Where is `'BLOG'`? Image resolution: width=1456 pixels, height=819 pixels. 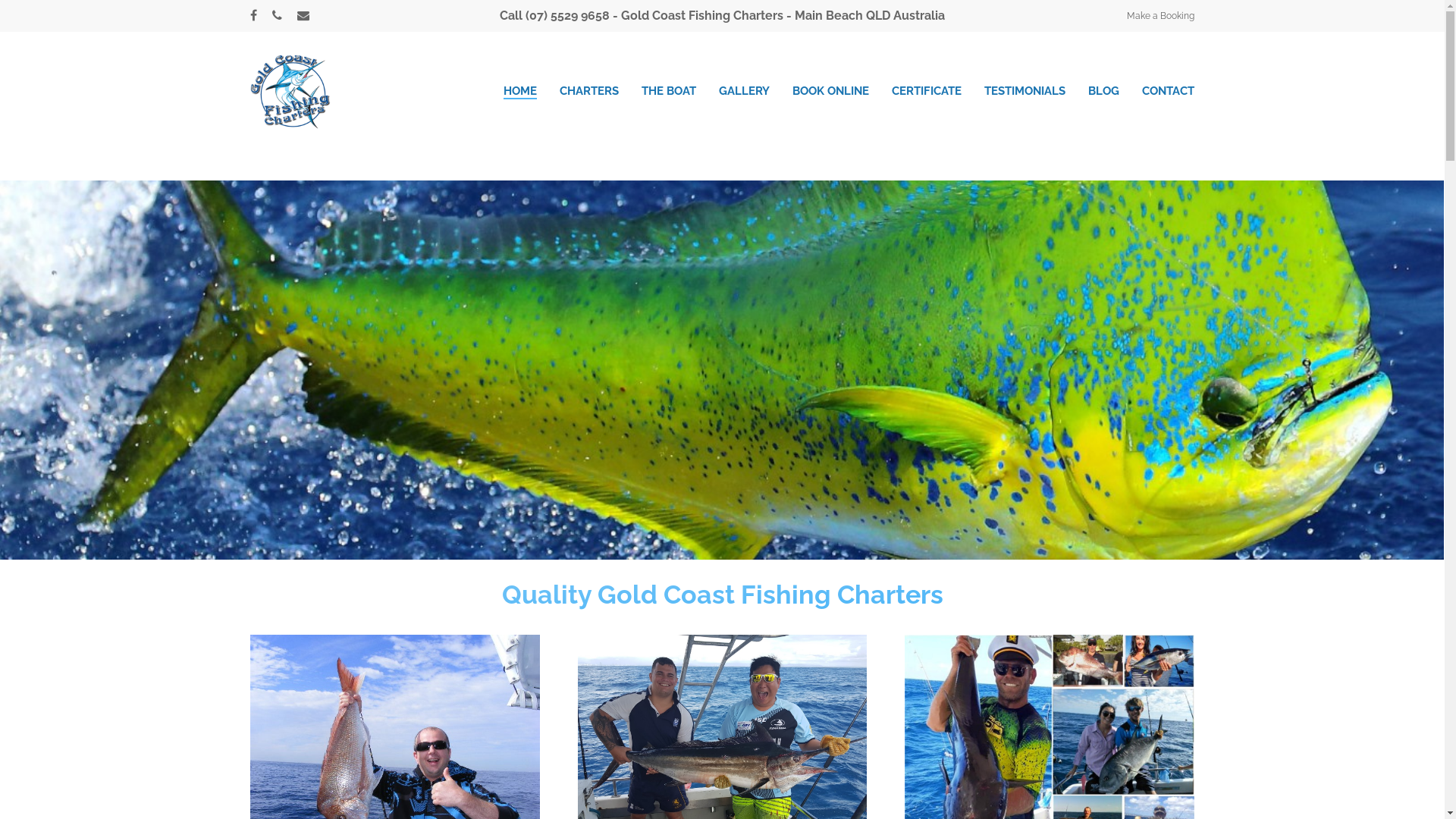
'BLOG' is located at coordinates (1103, 90).